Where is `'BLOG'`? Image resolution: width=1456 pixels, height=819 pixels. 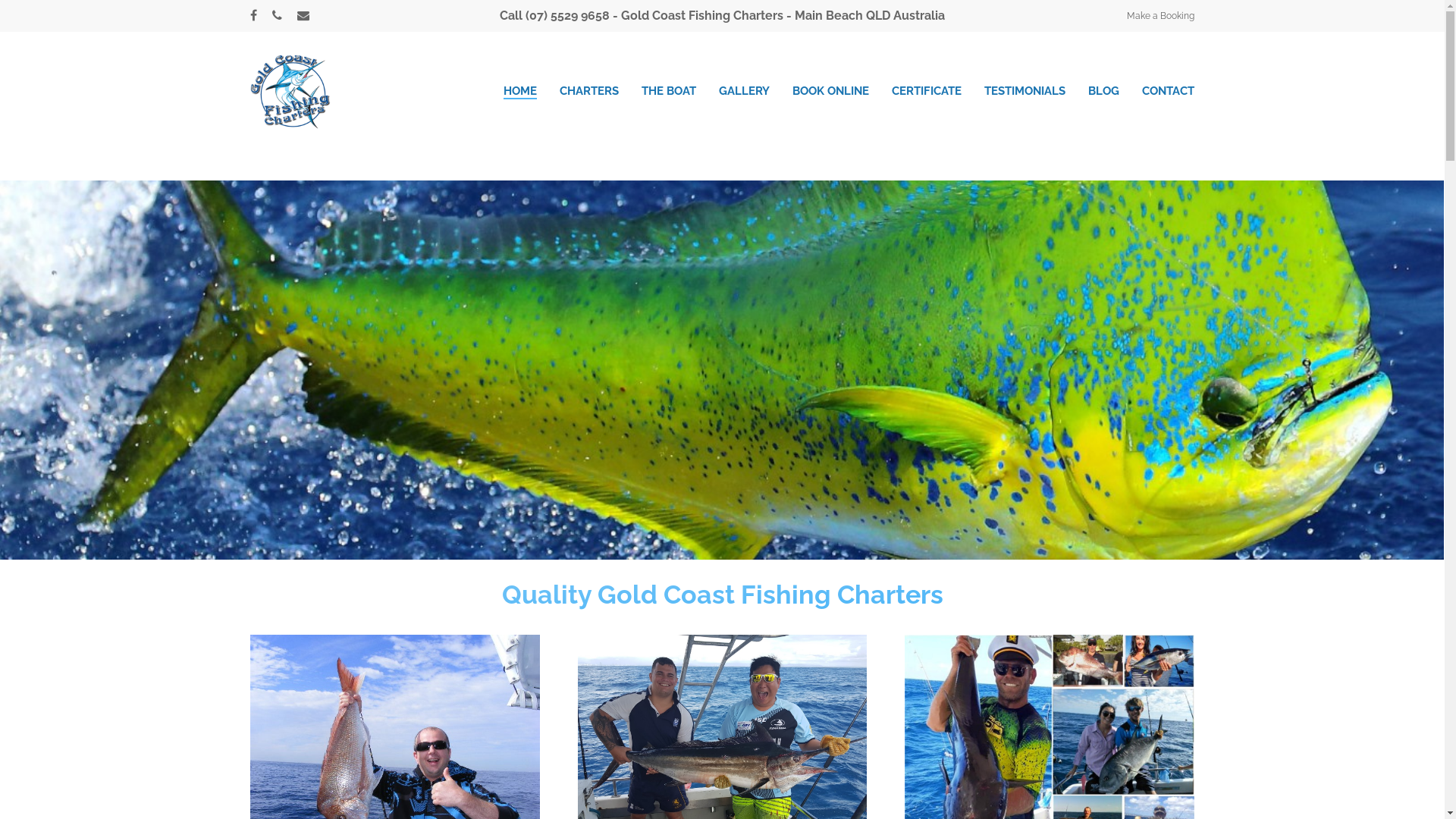
'BLOG' is located at coordinates (1103, 90).